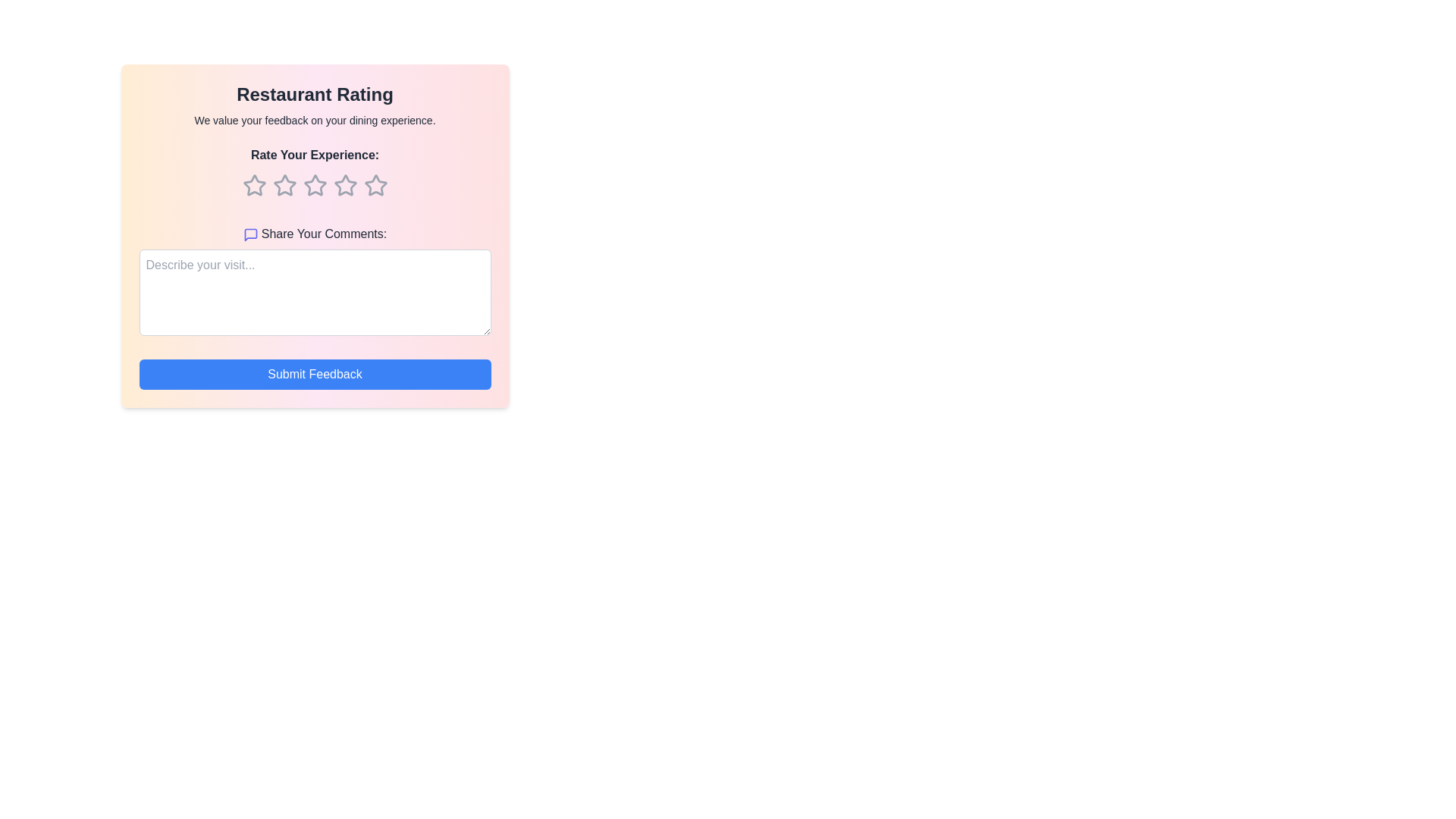  I want to click on the feedback submission button located below the 'Share Your Comments:' text area to observe styling changes, so click(314, 374).